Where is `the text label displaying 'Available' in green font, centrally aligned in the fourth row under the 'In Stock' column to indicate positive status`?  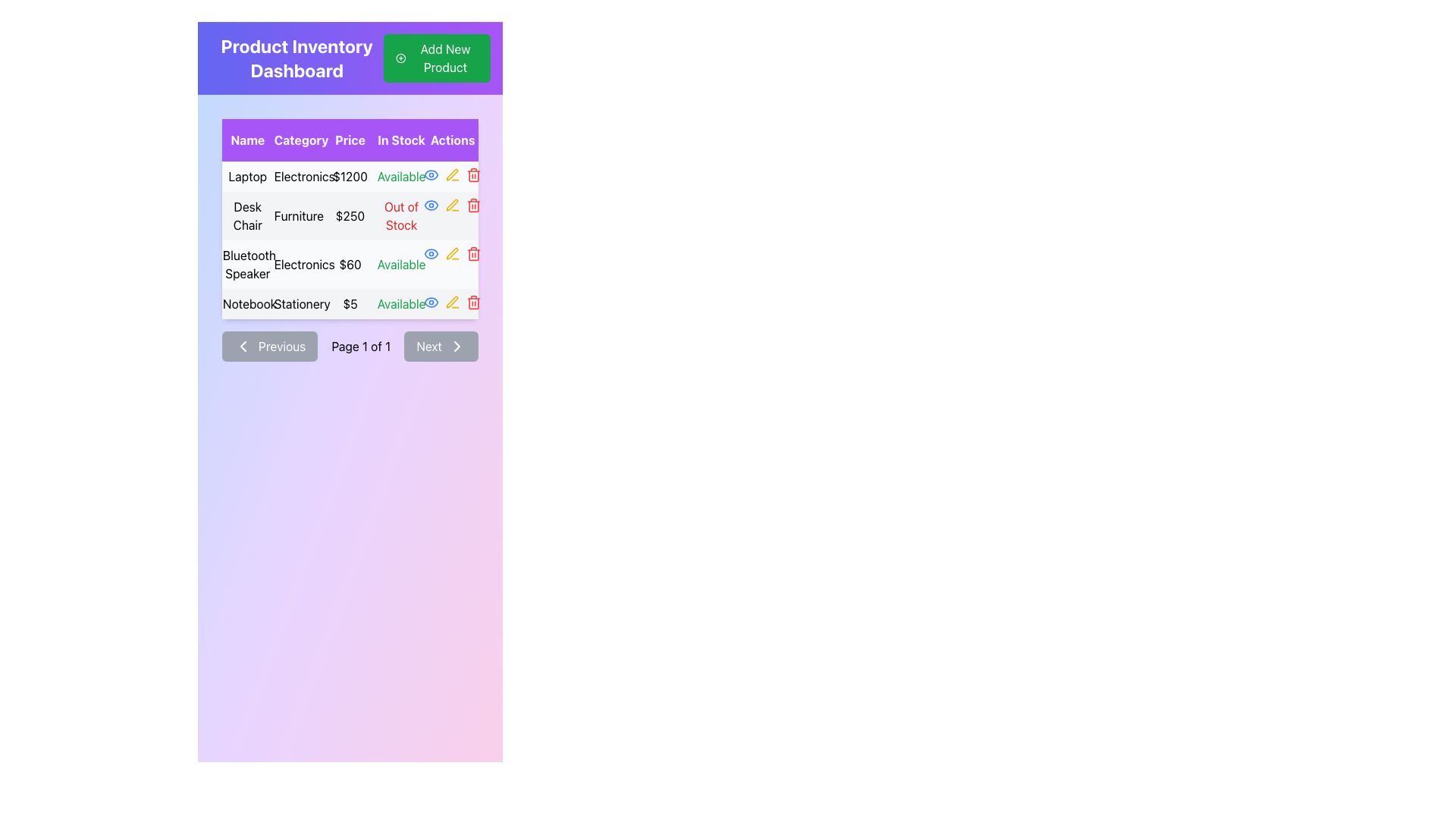 the text label displaying 'Available' in green font, centrally aligned in the fourth row under the 'In Stock' column to indicate positive status is located at coordinates (401, 304).